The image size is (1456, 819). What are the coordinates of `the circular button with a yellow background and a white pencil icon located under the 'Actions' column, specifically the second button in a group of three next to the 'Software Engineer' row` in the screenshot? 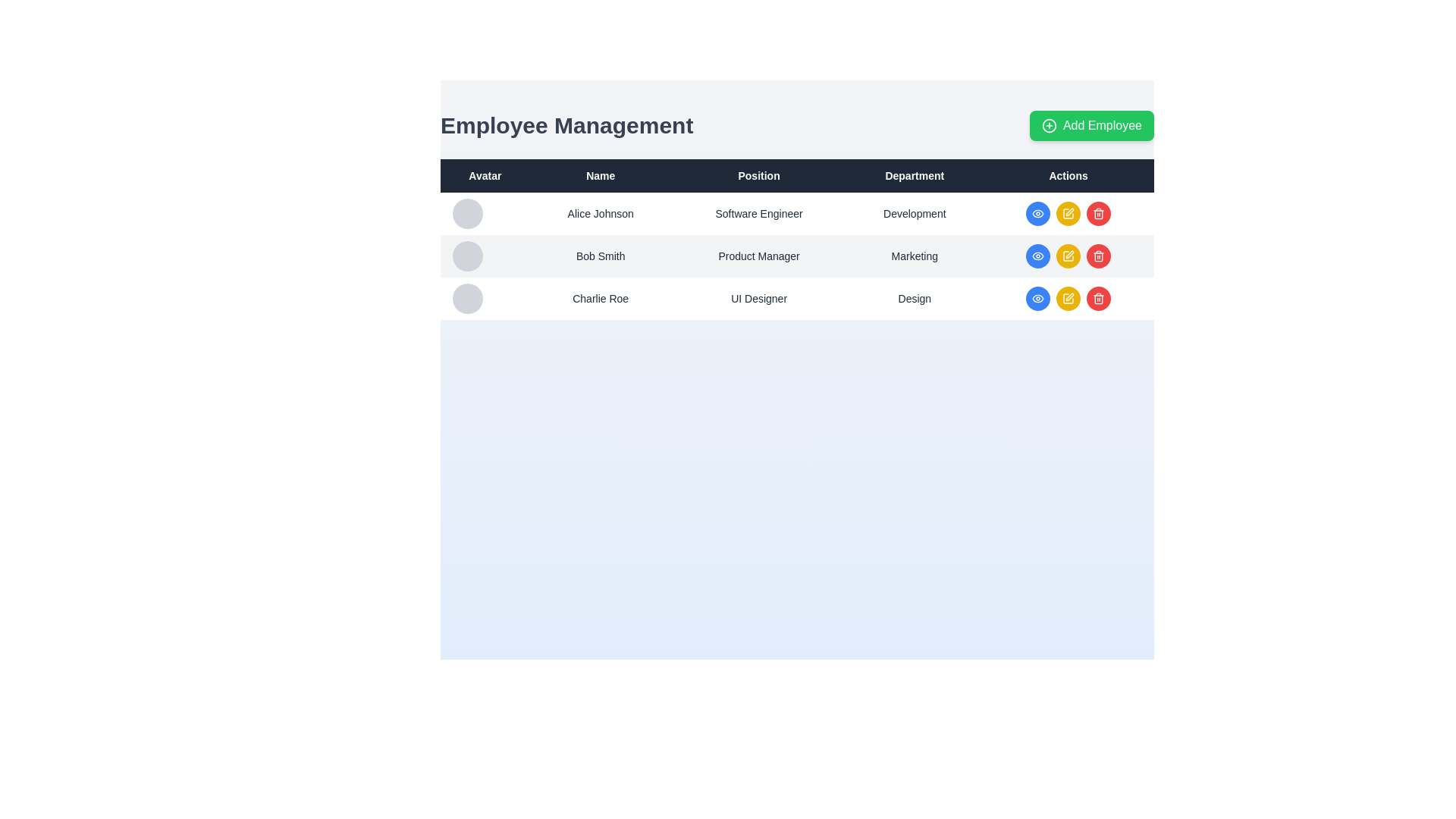 It's located at (1068, 213).